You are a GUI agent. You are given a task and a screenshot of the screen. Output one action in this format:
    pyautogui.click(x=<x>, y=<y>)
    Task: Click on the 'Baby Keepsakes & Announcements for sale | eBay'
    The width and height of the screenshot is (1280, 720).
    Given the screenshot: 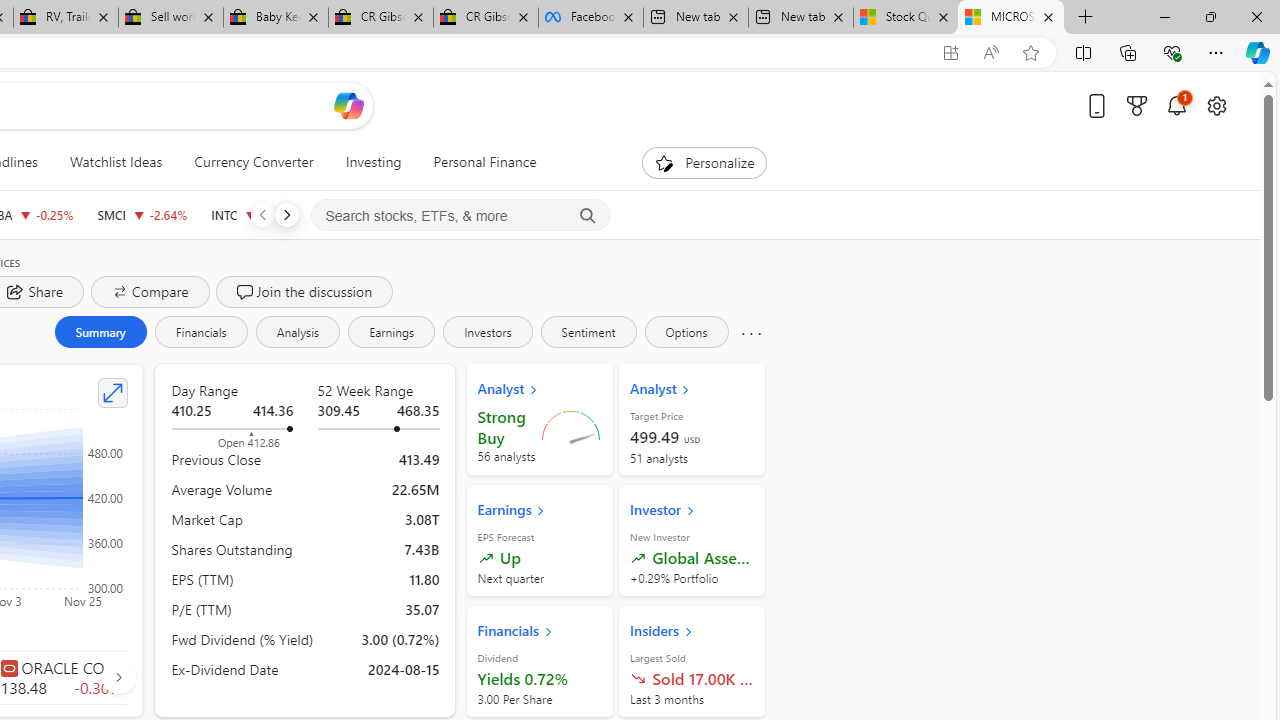 What is the action you would take?
    pyautogui.click(x=274, y=17)
    